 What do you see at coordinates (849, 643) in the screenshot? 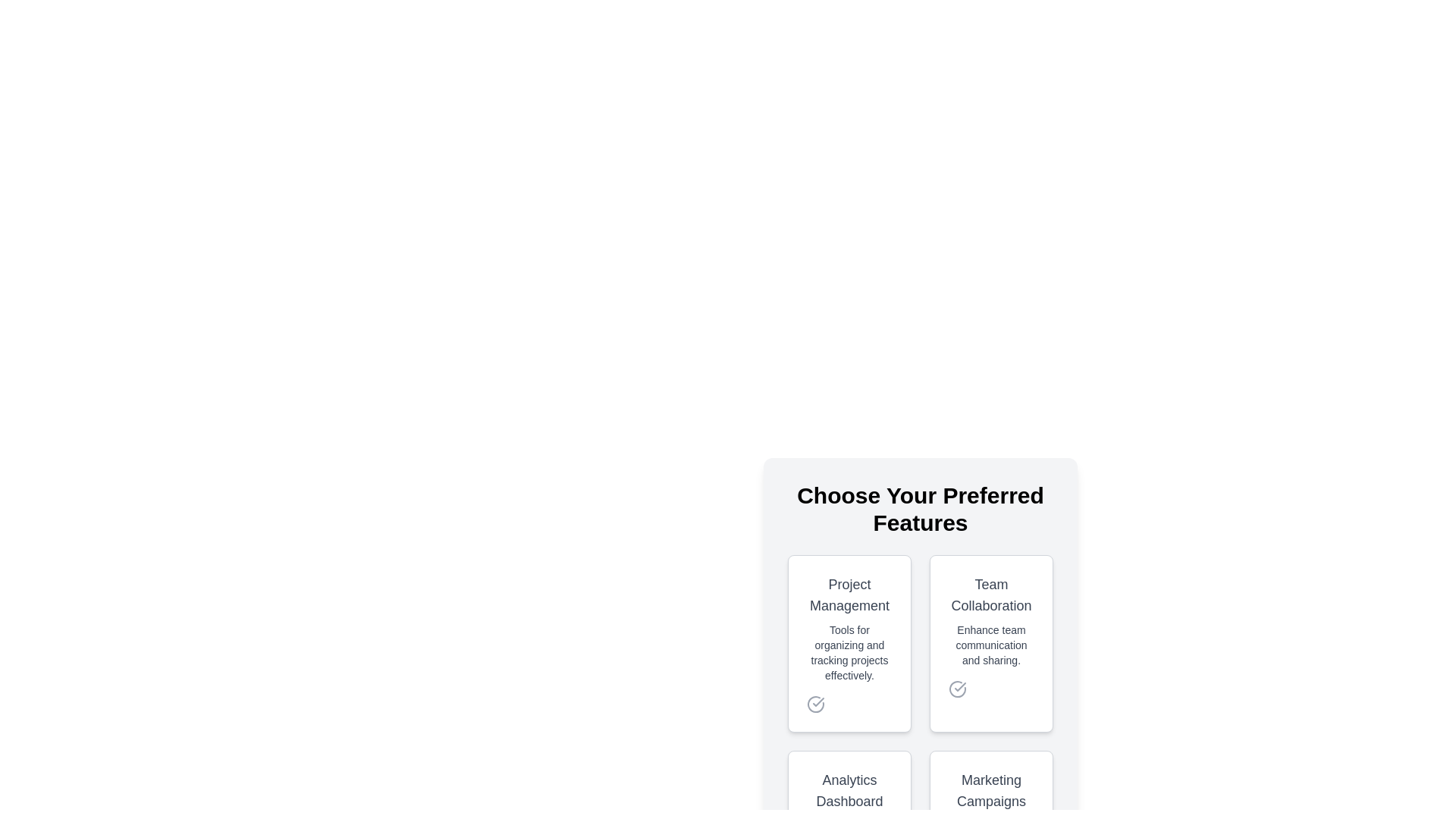
I see `the feature card Project Management` at bounding box center [849, 643].